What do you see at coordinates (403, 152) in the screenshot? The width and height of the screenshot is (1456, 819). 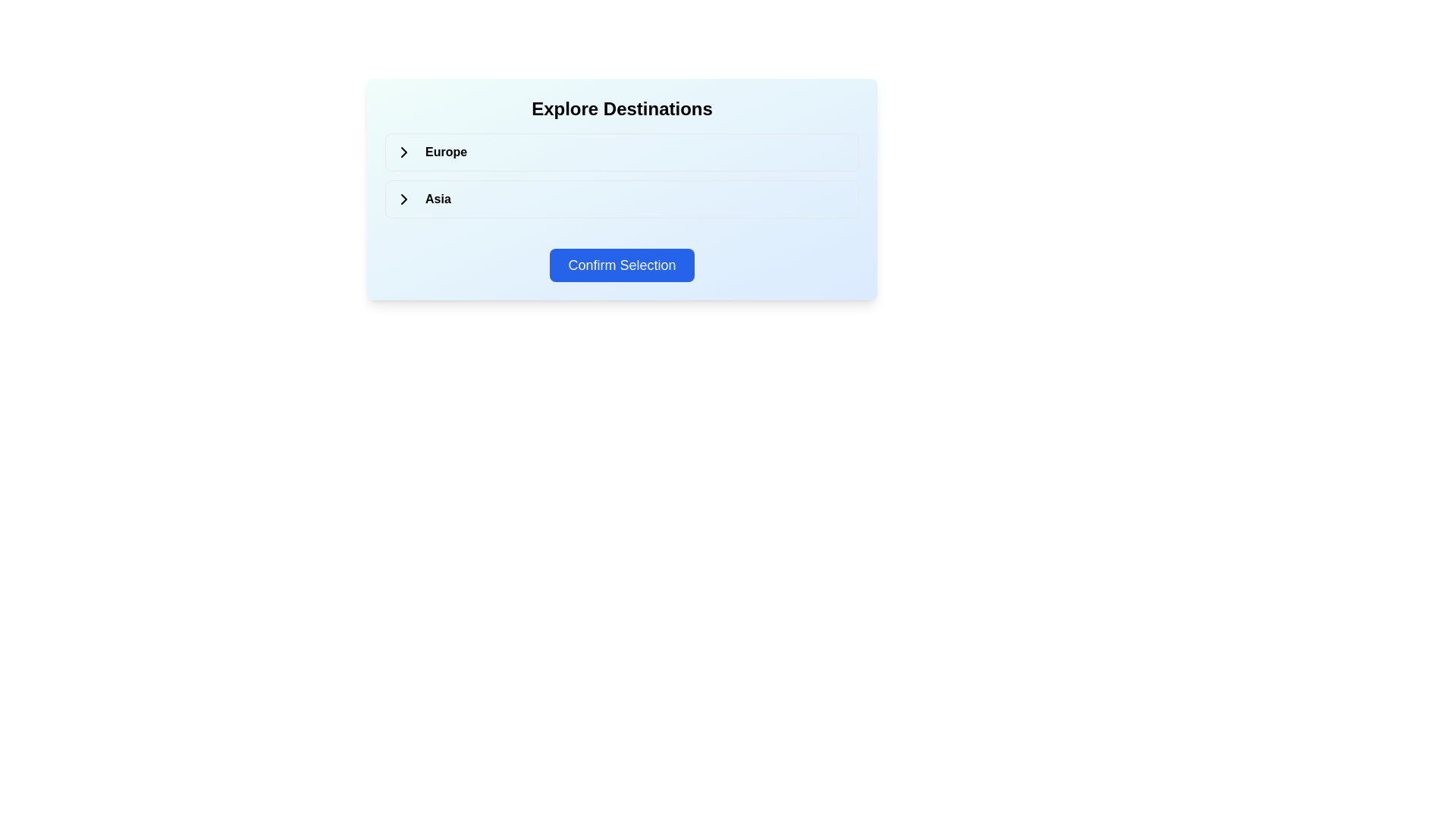 I see `the right-facing chevron icon with a black stroke, located to the left of the text 'Europe'` at bounding box center [403, 152].